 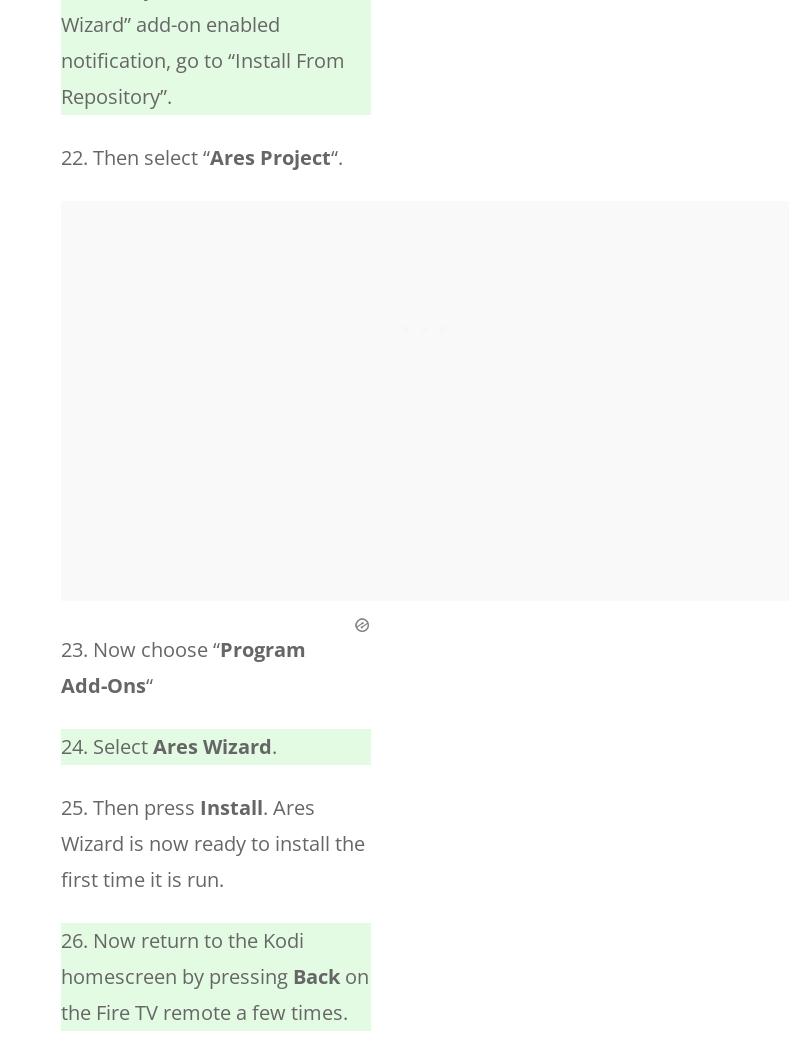 I want to click on '.', so click(x=274, y=746).